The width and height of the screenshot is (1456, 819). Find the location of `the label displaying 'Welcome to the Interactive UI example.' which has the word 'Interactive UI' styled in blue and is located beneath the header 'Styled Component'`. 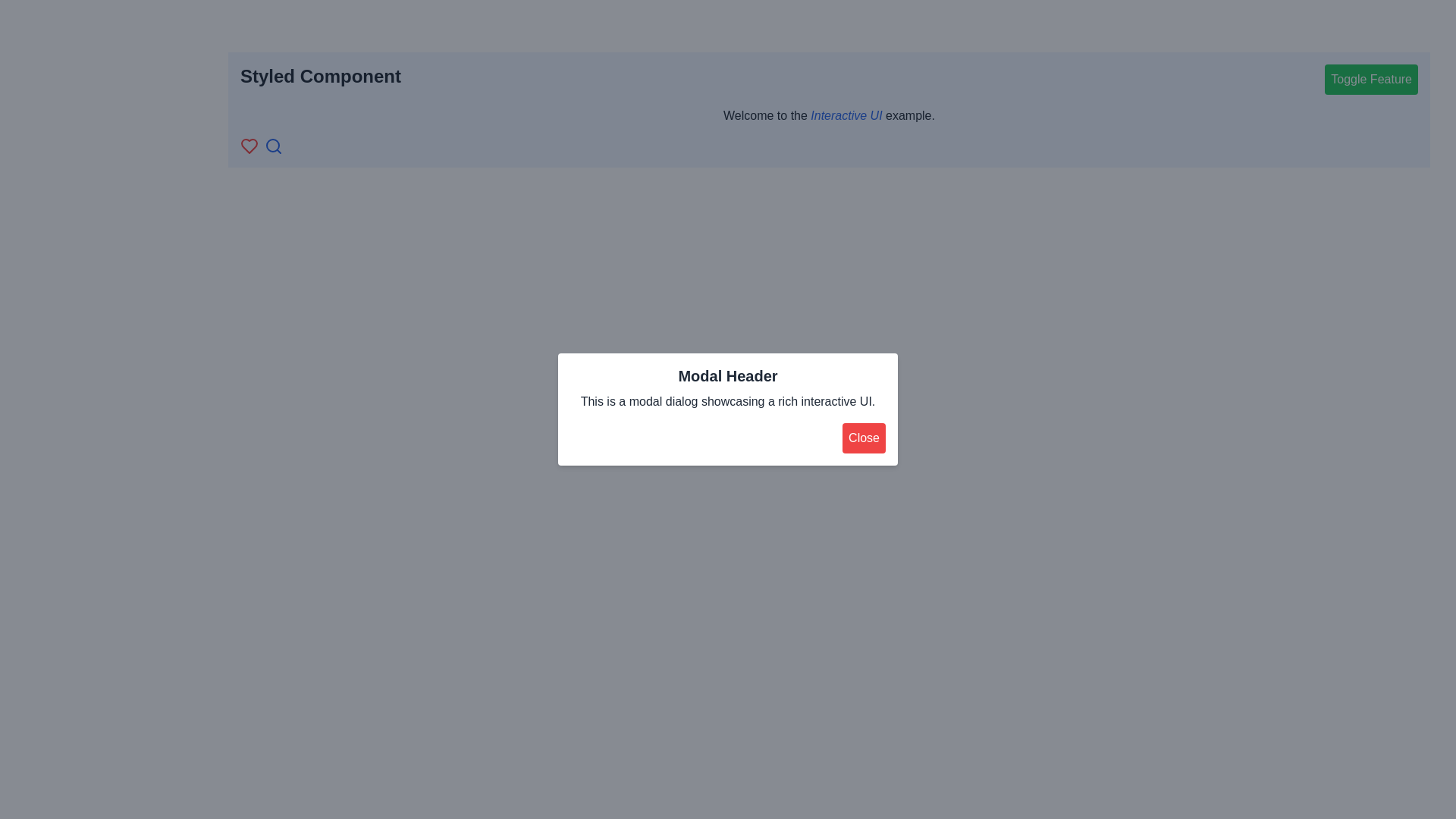

the label displaying 'Welcome to the Interactive UI example.' which has the word 'Interactive UI' styled in blue and is located beneath the header 'Styled Component' is located at coordinates (828, 115).